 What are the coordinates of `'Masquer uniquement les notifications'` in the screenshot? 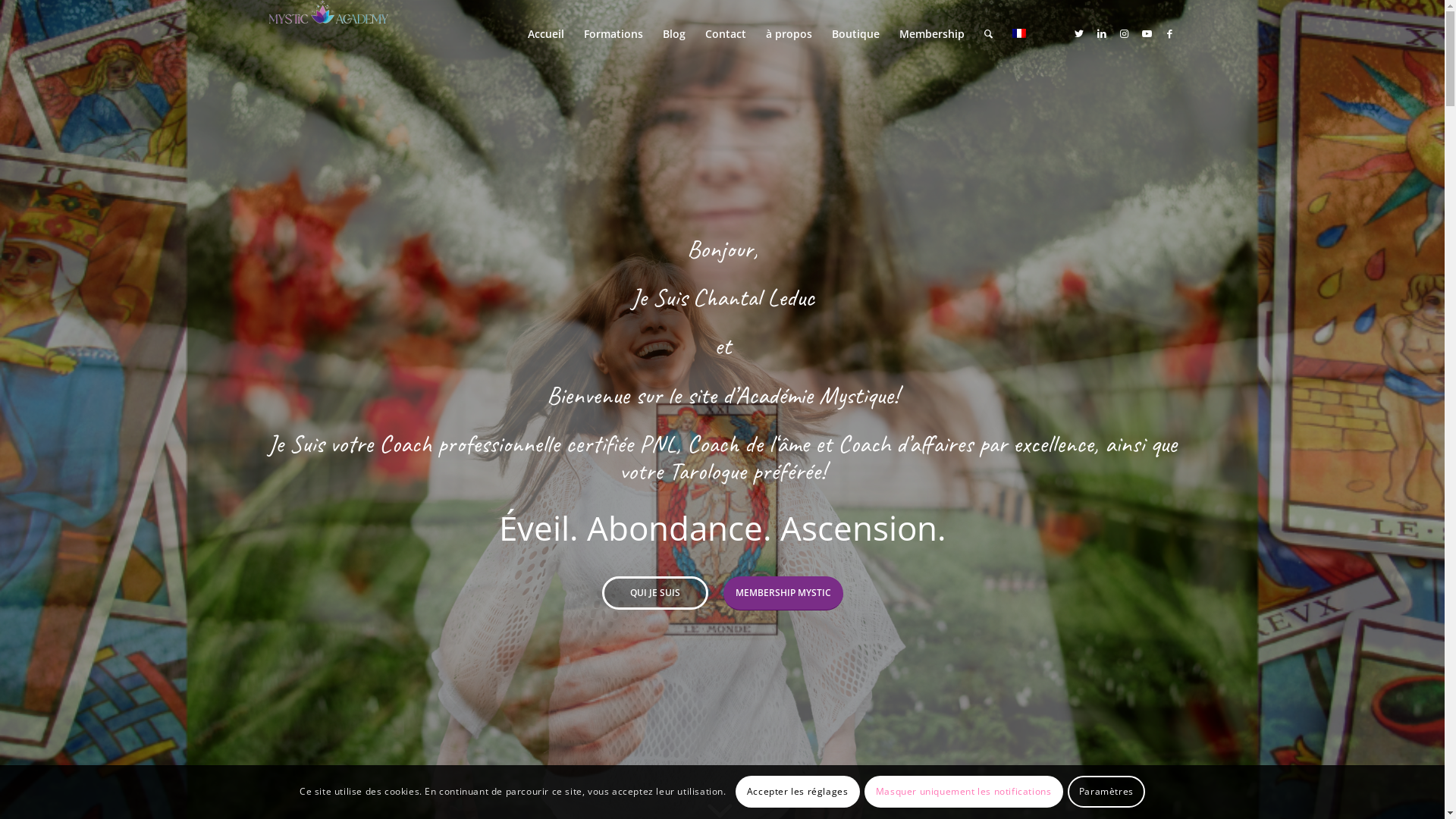 It's located at (864, 791).